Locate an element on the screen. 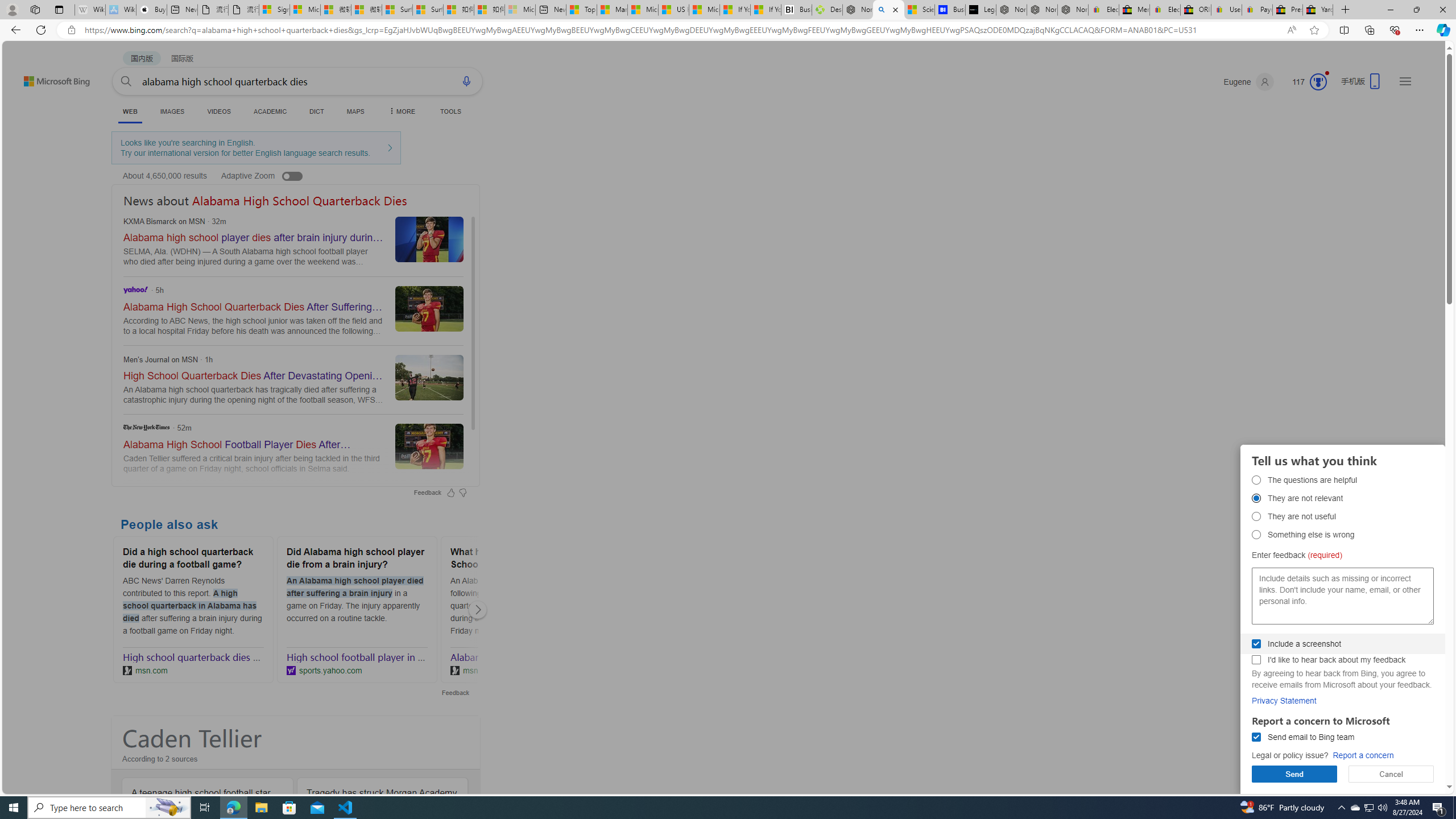 The height and width of the screenshot is (819, 1456). 'The questions are helpful The questions are helpful' is located at coordinates (1256, 479).